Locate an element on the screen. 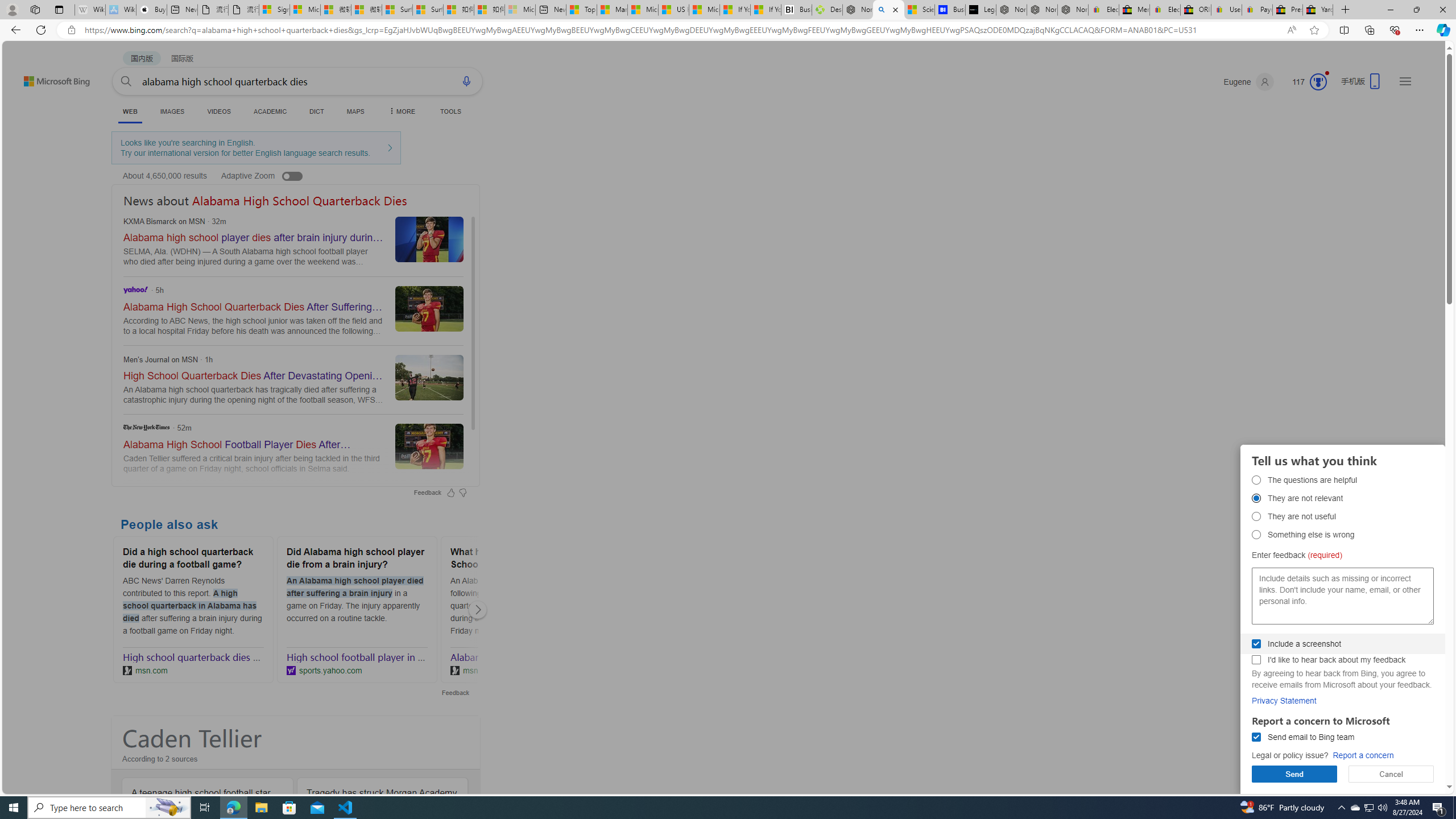 The height and width of the screenshot is (819, 1456). 'The questions are helpful The questions are helpful' is located at coordinates (1256, 479).